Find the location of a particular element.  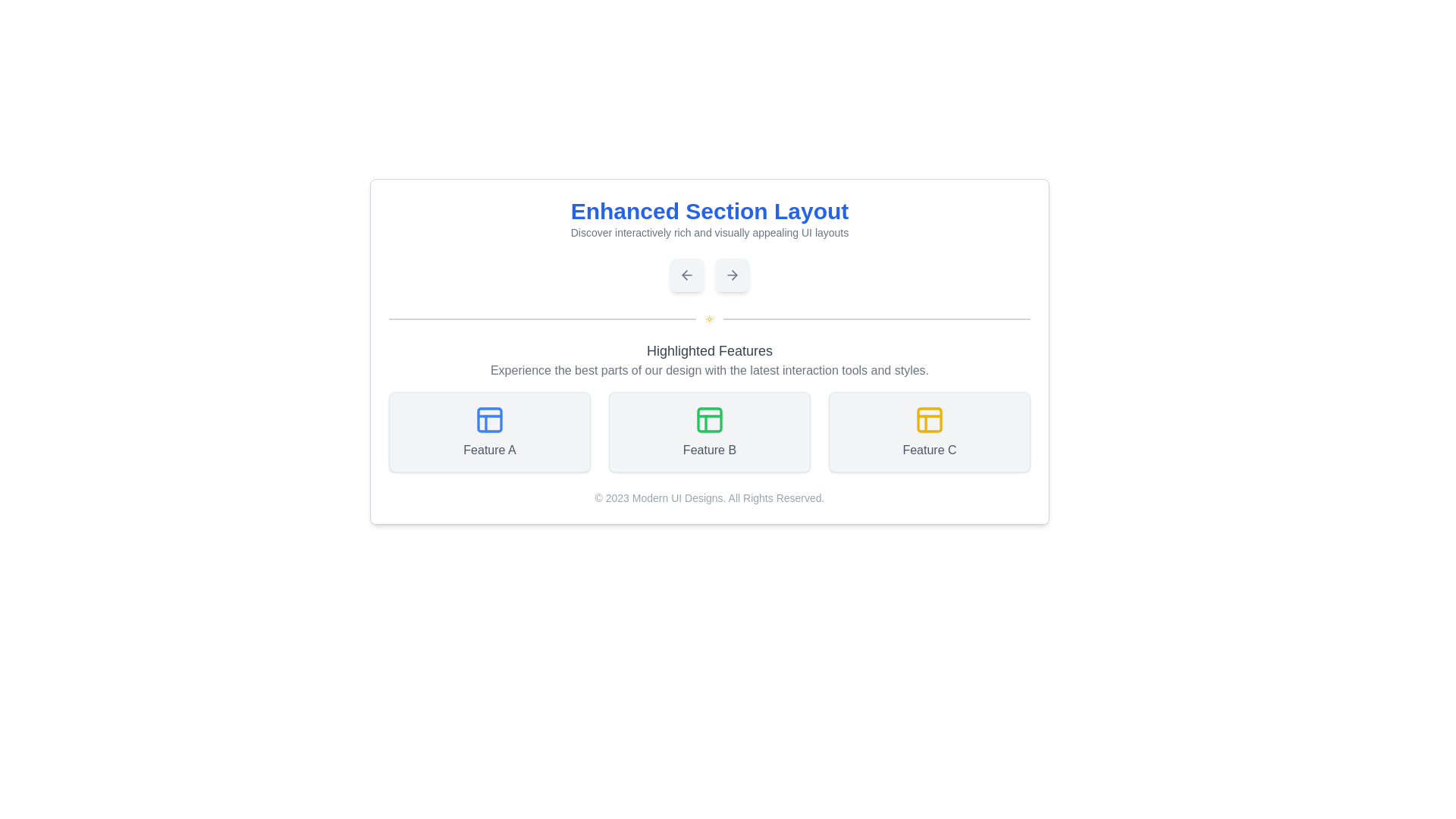

the text label reading 'Feature A', which is styled in medium-dark gray font and located below a blue grid icon is located at coordinates (490, 450).